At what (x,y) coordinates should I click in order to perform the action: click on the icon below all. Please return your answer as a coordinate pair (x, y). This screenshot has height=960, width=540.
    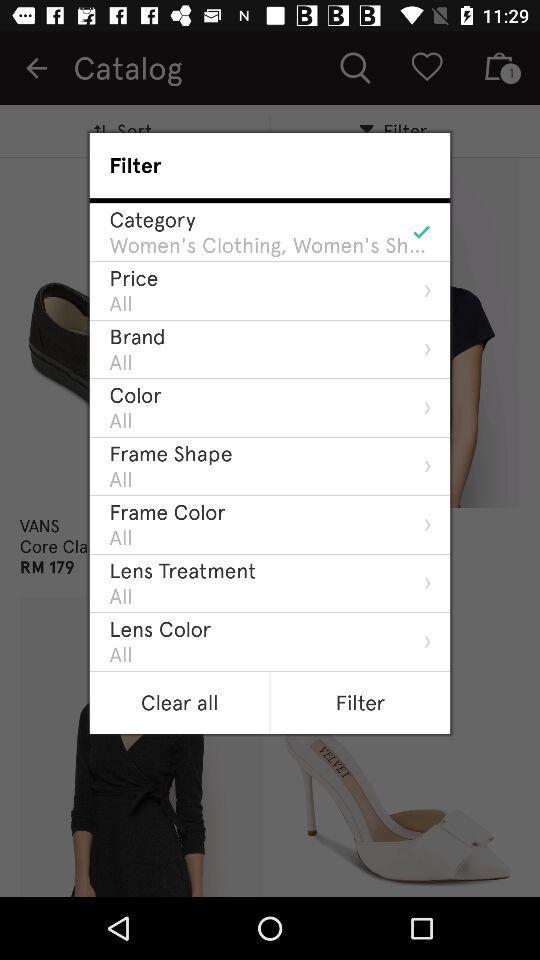
    Looking at the image, I should click on (166, 511).